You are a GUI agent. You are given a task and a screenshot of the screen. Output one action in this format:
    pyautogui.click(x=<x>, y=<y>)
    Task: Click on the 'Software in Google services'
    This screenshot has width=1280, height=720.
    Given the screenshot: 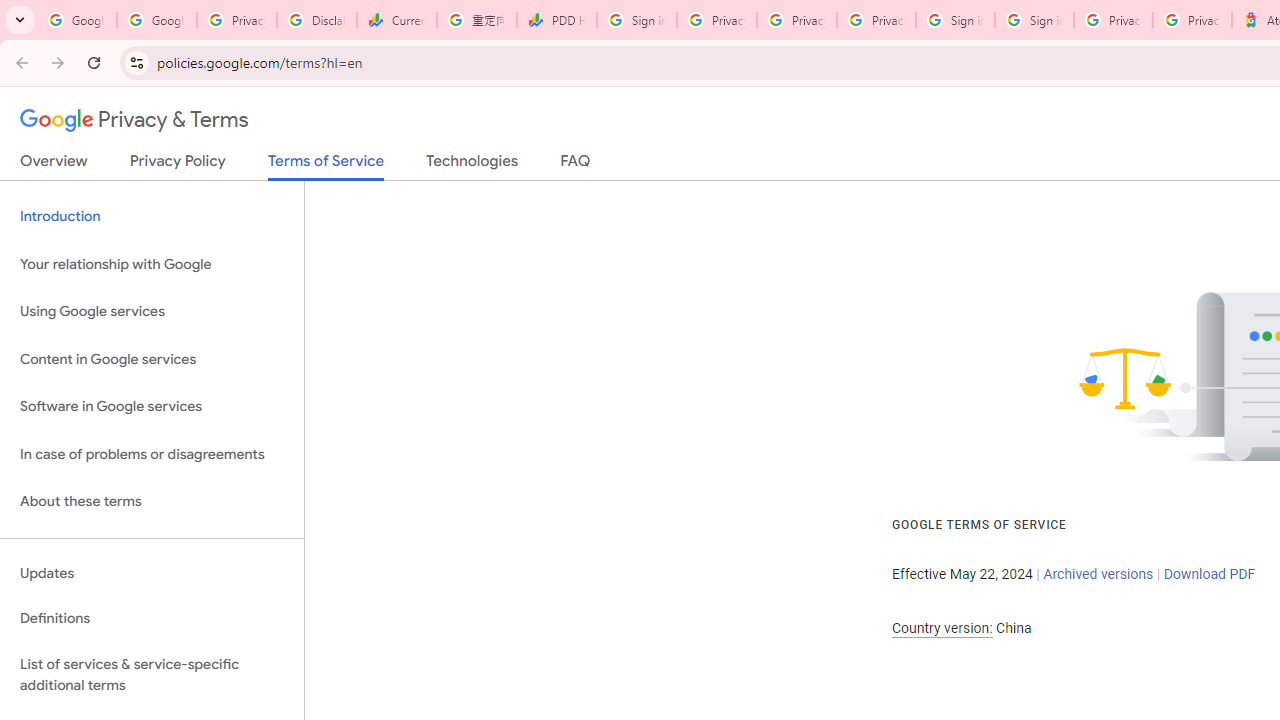 What is the action you would take?
    pyautogui.click(x=151, y=406)
    